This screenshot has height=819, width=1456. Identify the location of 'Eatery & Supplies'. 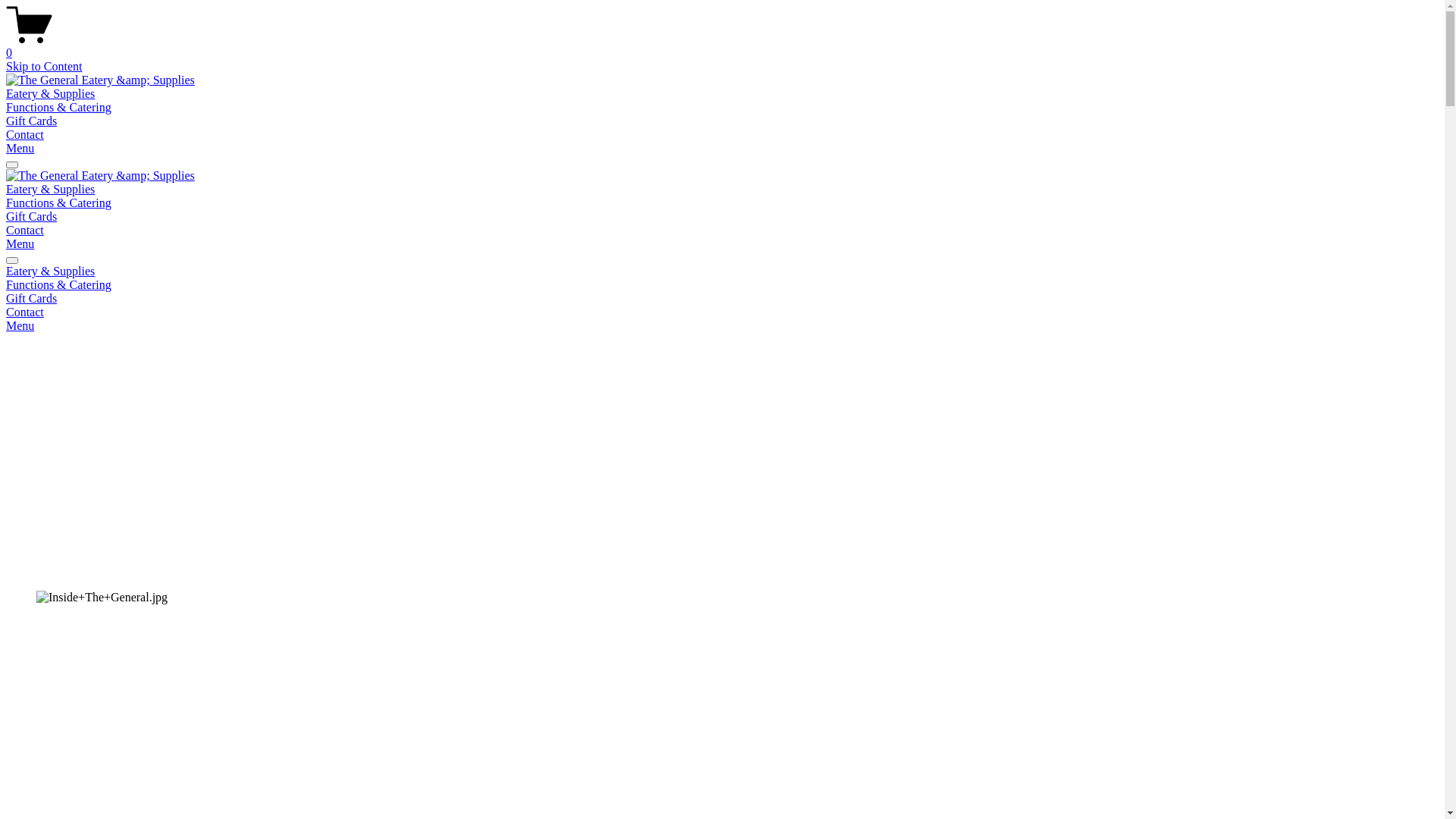
(50, 93).